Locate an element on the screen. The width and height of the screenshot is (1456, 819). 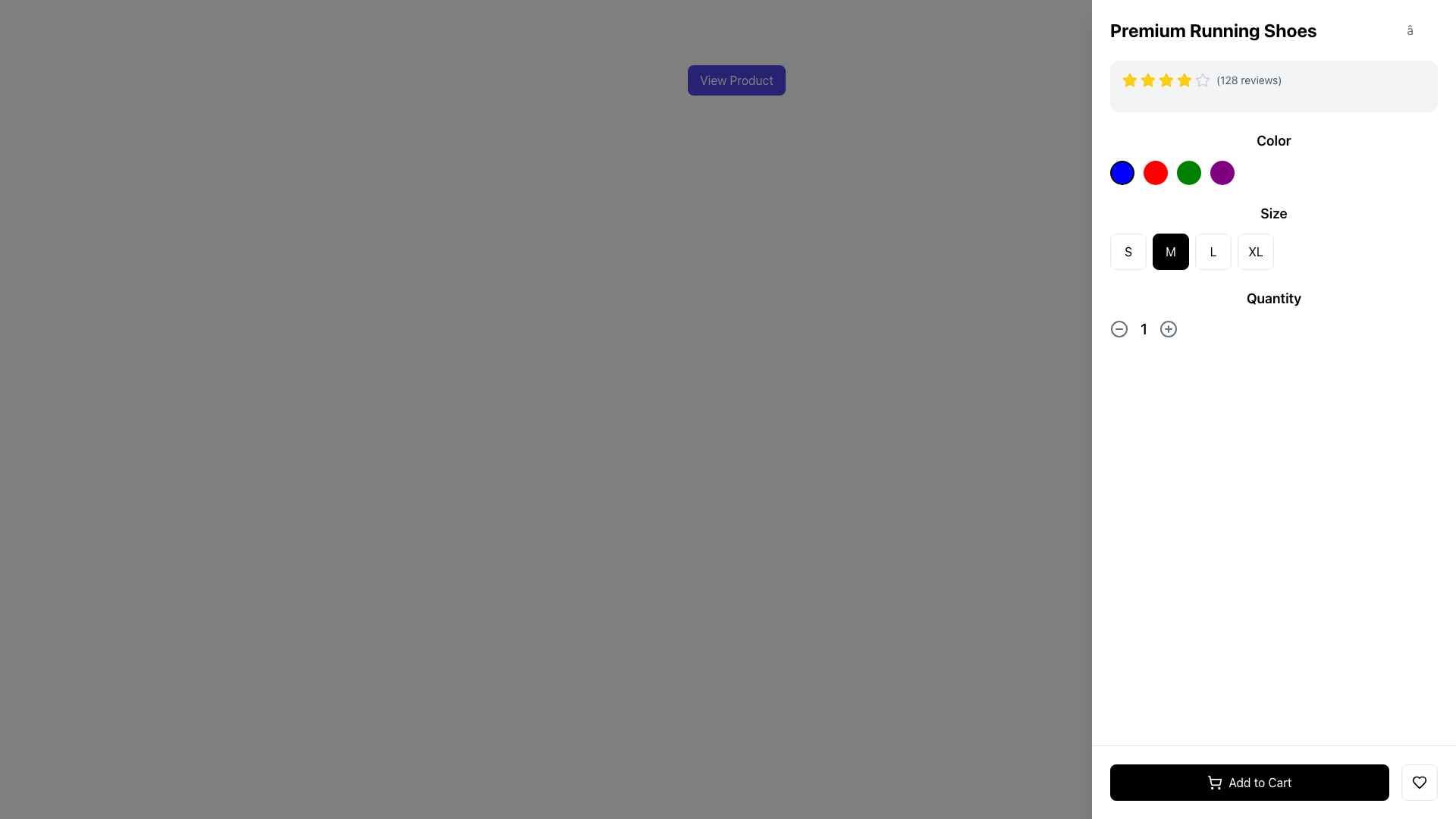
the fourth circular button with a purple background in the 'Color' selection section is located at coordinates (1222, 171).